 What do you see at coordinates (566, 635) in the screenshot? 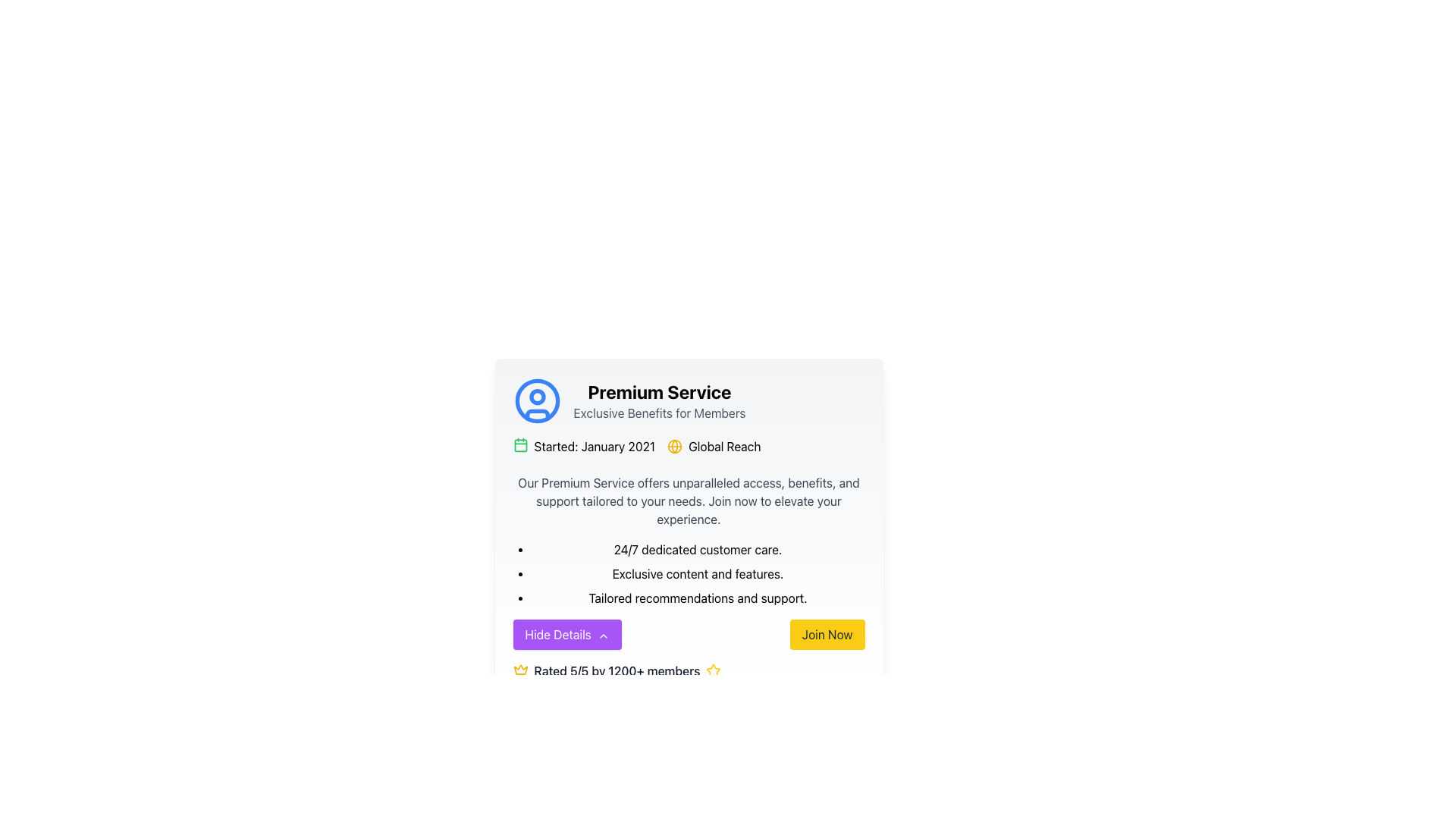
I see `the rectangular button with a purple background and white text reading 'Hide Details'` at bounding box center [566, 635].